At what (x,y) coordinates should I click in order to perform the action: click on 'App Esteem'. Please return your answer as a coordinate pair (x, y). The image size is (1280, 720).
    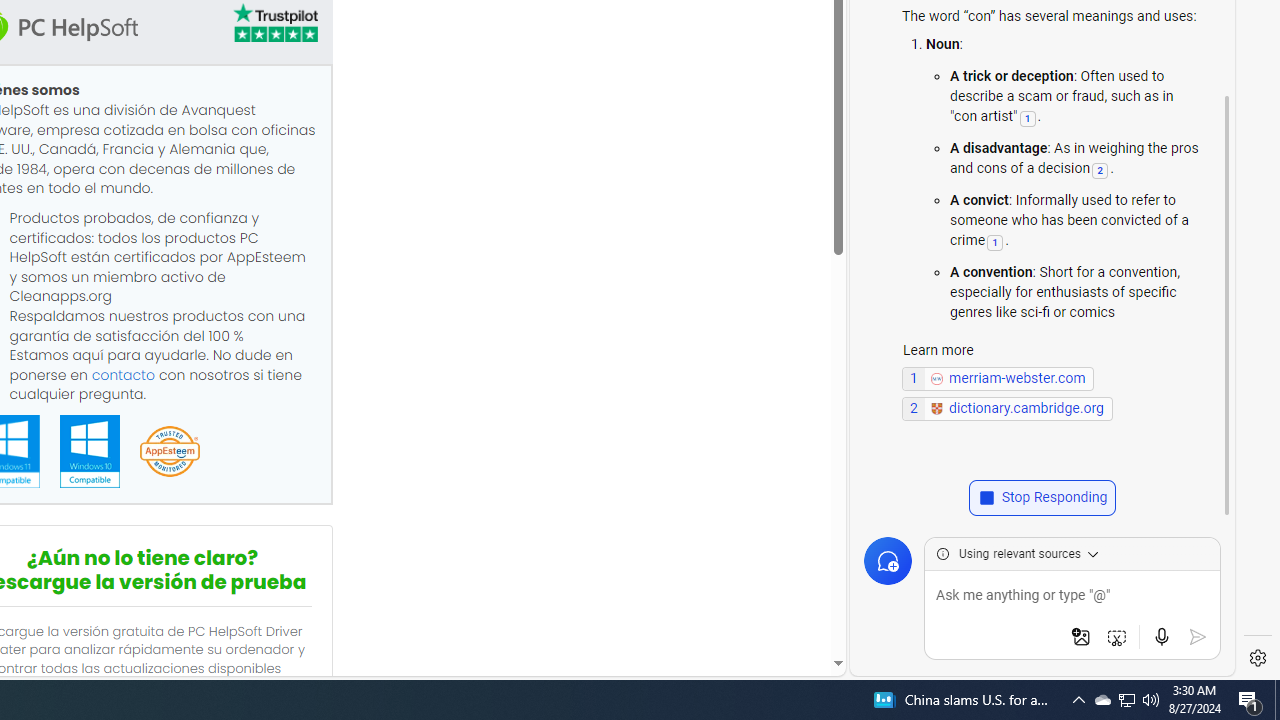
    Looking at the image, I should click on (169, 452).